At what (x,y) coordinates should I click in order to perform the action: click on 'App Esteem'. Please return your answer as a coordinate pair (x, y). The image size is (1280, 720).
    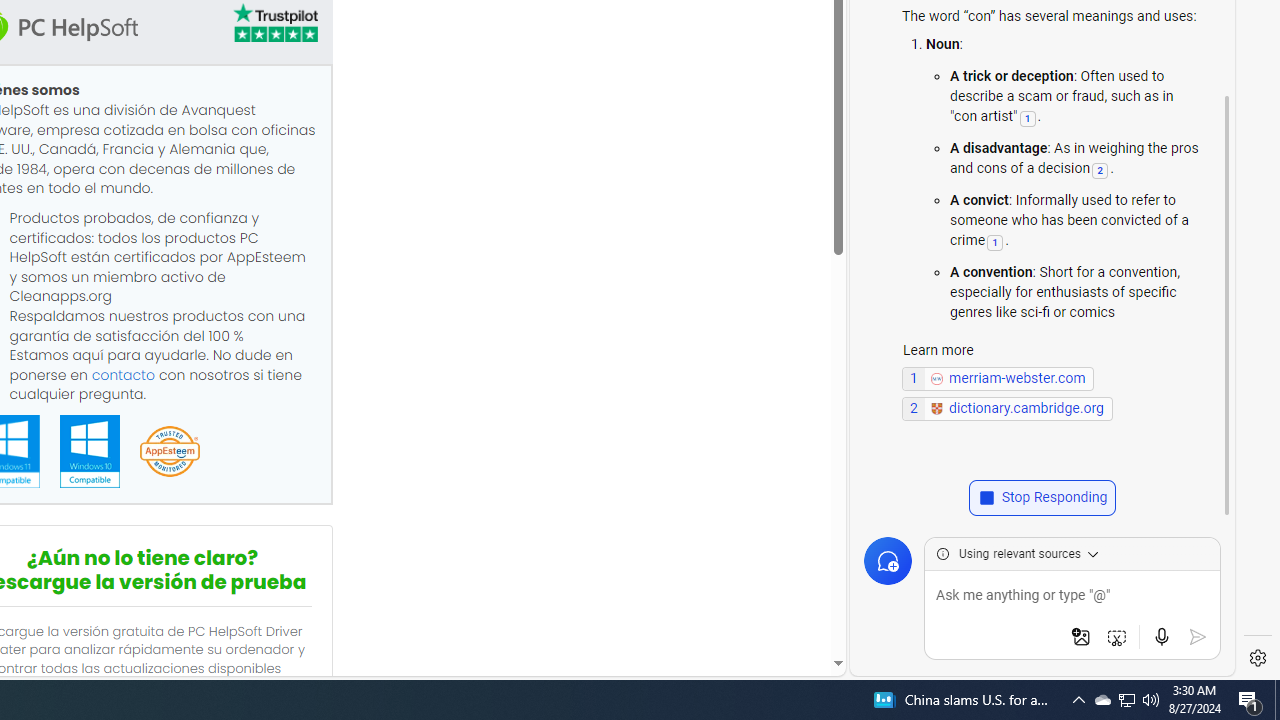
    Looking at the image, I should click on (169, 452).